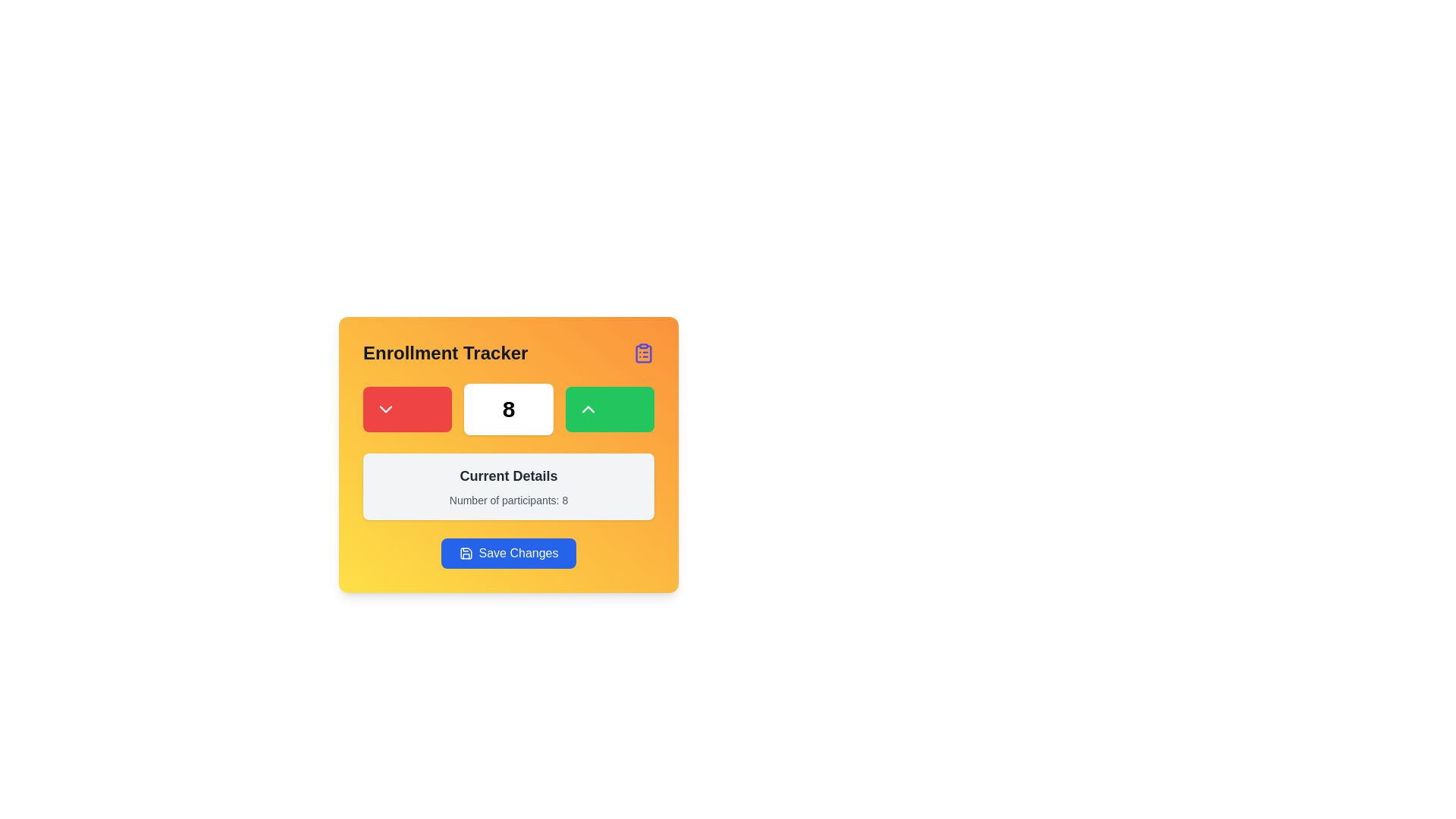  What do you see at coordinates (509, 486) in the screenshot?
I see `the informational card displaying the number of participants indicated as '8', located within the yellow-orange box labeled 'Enrollment Tracker', positioned above the blue button labeled 'Save Changes'` at bounding box center [509, 486].